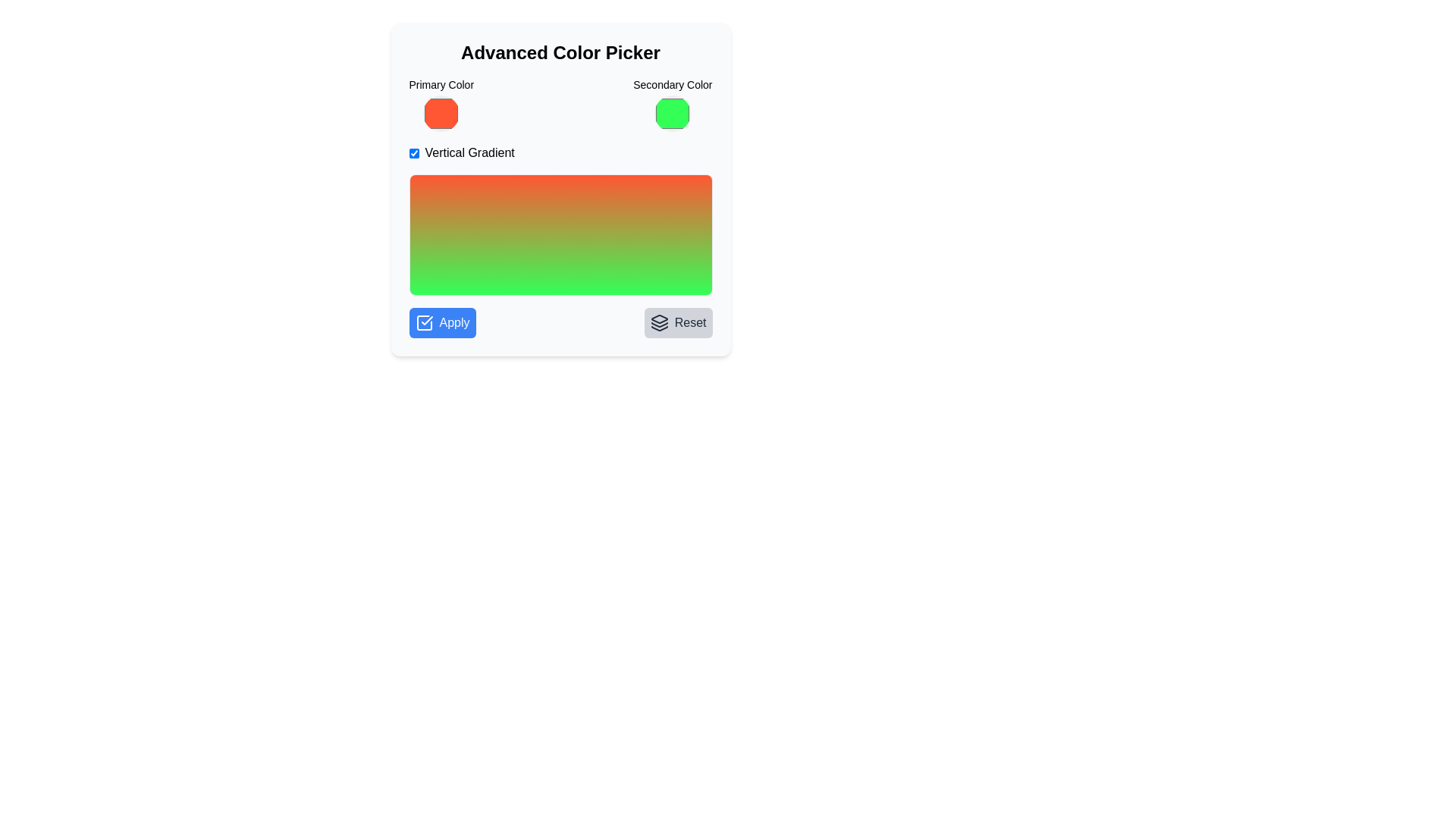  Describe the element at coordinates (440, 104) in the screenshot. I see `the circular color preview button labeled 'Primary Color'` at that location.